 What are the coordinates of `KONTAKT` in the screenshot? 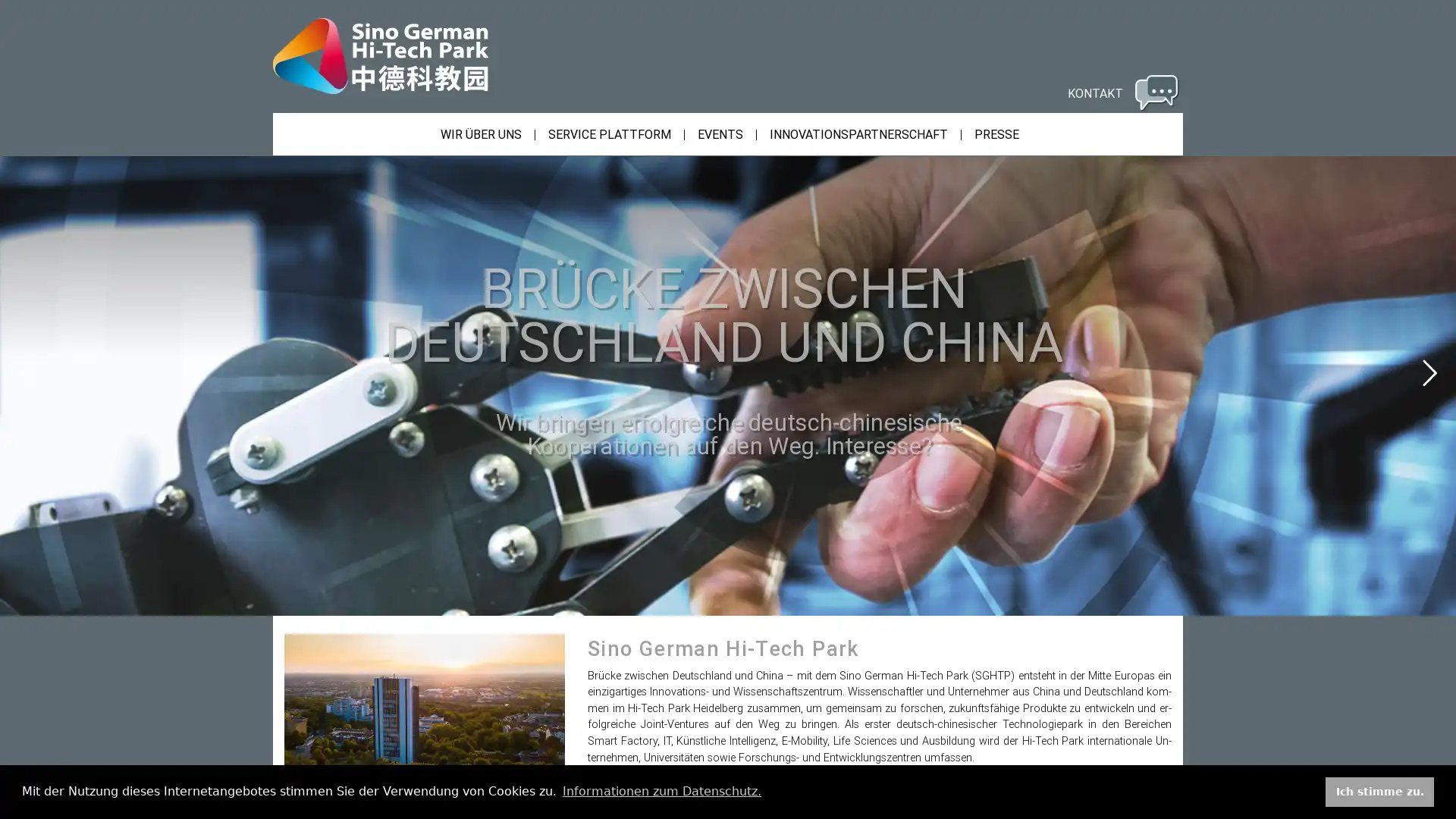 It's located at (1121, 93).